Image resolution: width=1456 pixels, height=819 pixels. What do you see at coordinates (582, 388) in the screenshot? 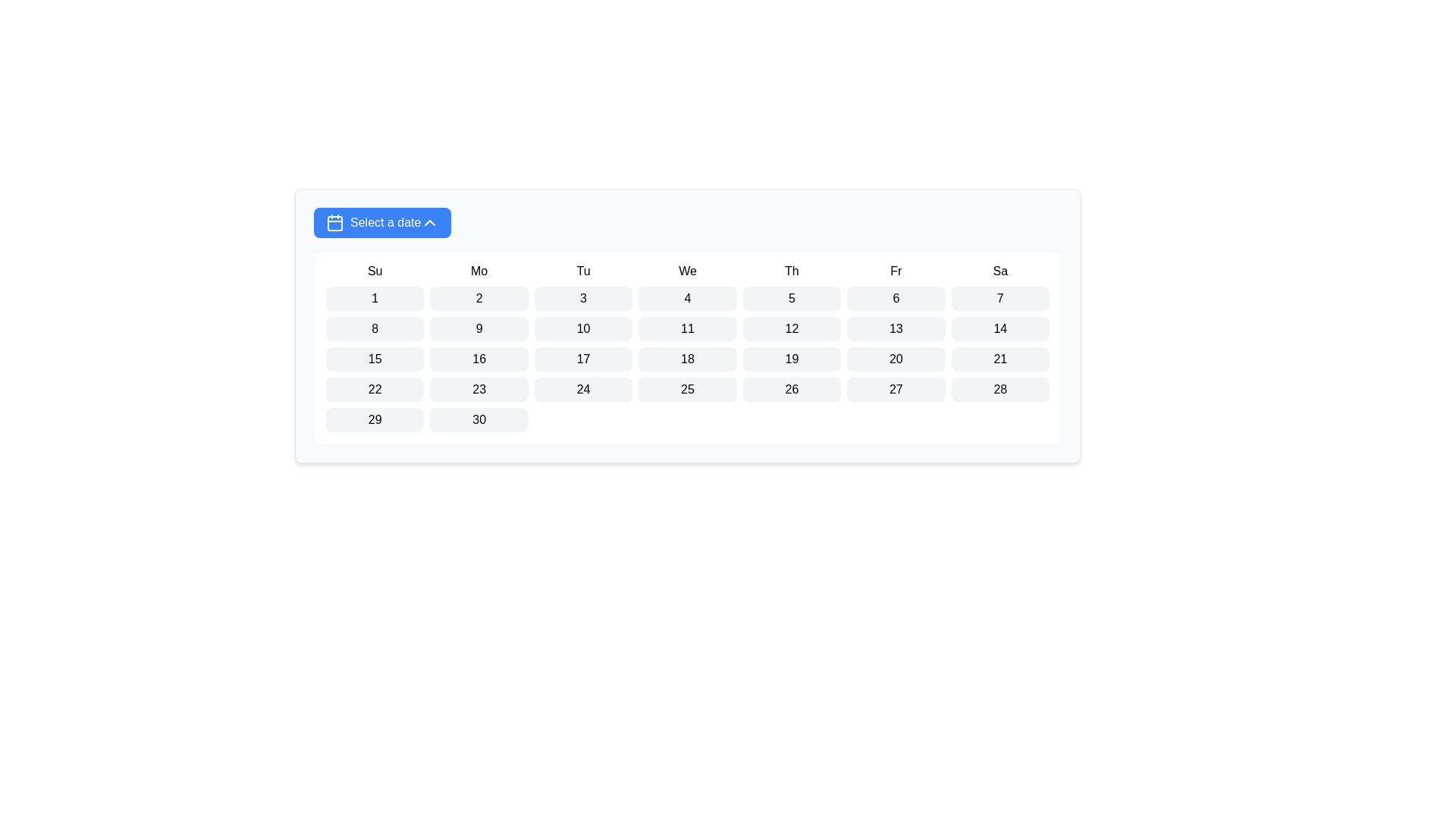
I see `the selectable grid item representing the 24th day of the month, located in the fifth row and third column of the calendar widget, to change its background color` at bounding box center [582, 388].